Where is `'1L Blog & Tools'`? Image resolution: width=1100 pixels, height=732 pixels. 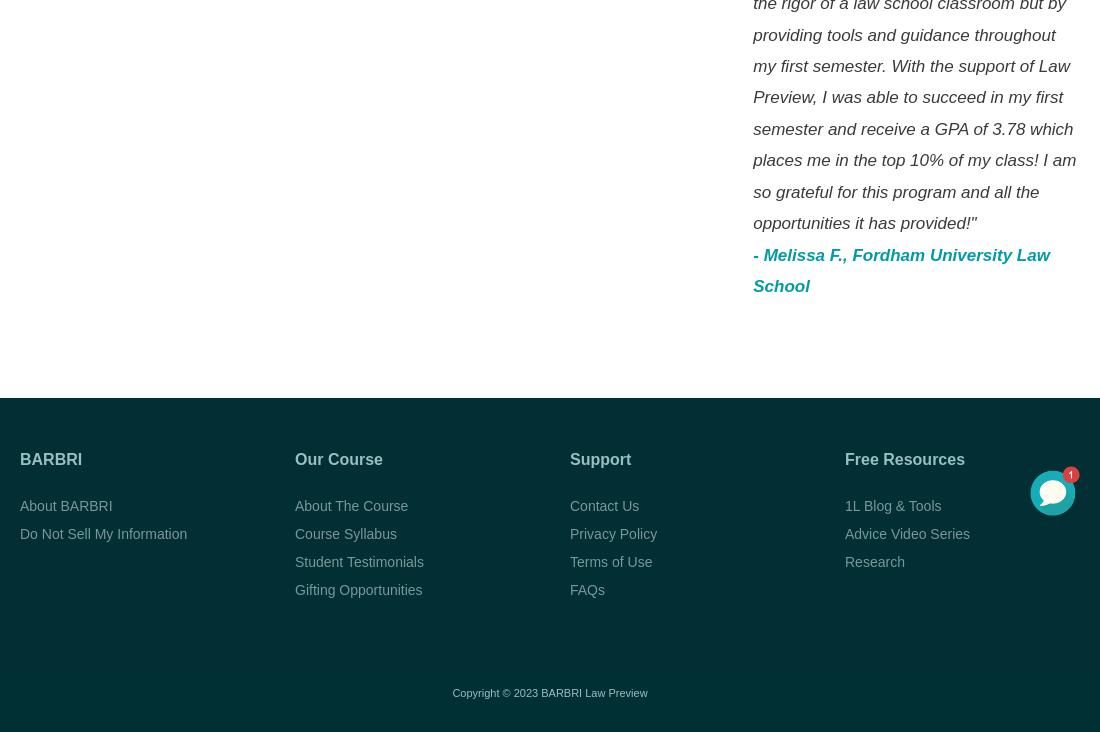 '1L Blog & Tools' is located at coordinates (891, 505).